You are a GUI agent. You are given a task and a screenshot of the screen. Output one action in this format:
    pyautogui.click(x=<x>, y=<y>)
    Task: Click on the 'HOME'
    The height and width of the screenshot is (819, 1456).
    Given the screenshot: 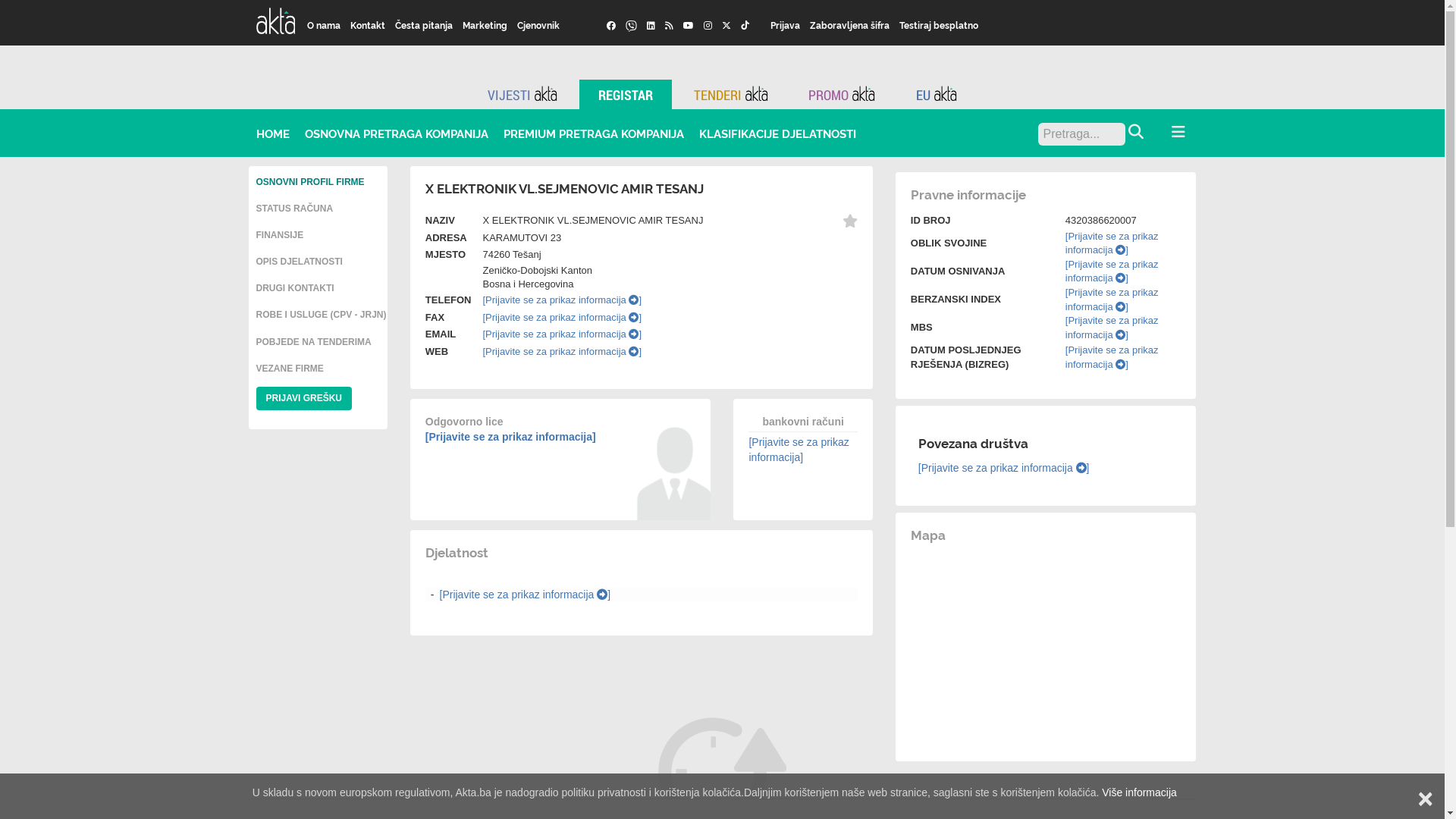 What is the action you would take?
    pyautogui.click(x=273, y=133)
    